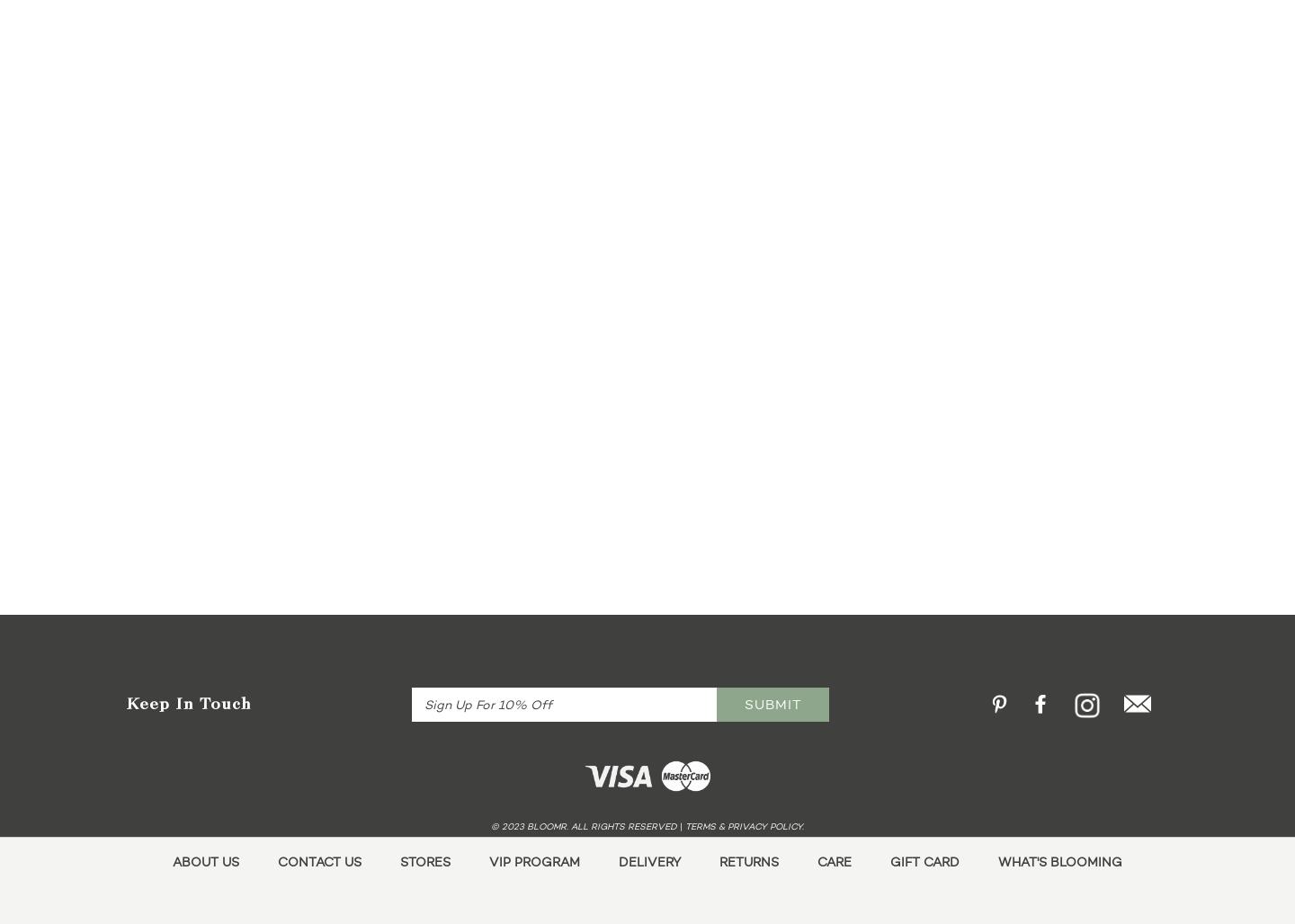  What do you see at coordinates (623, 825) in the screenshot?
I see `'. All Rights Reserved'` at bounding box center [623, 825].